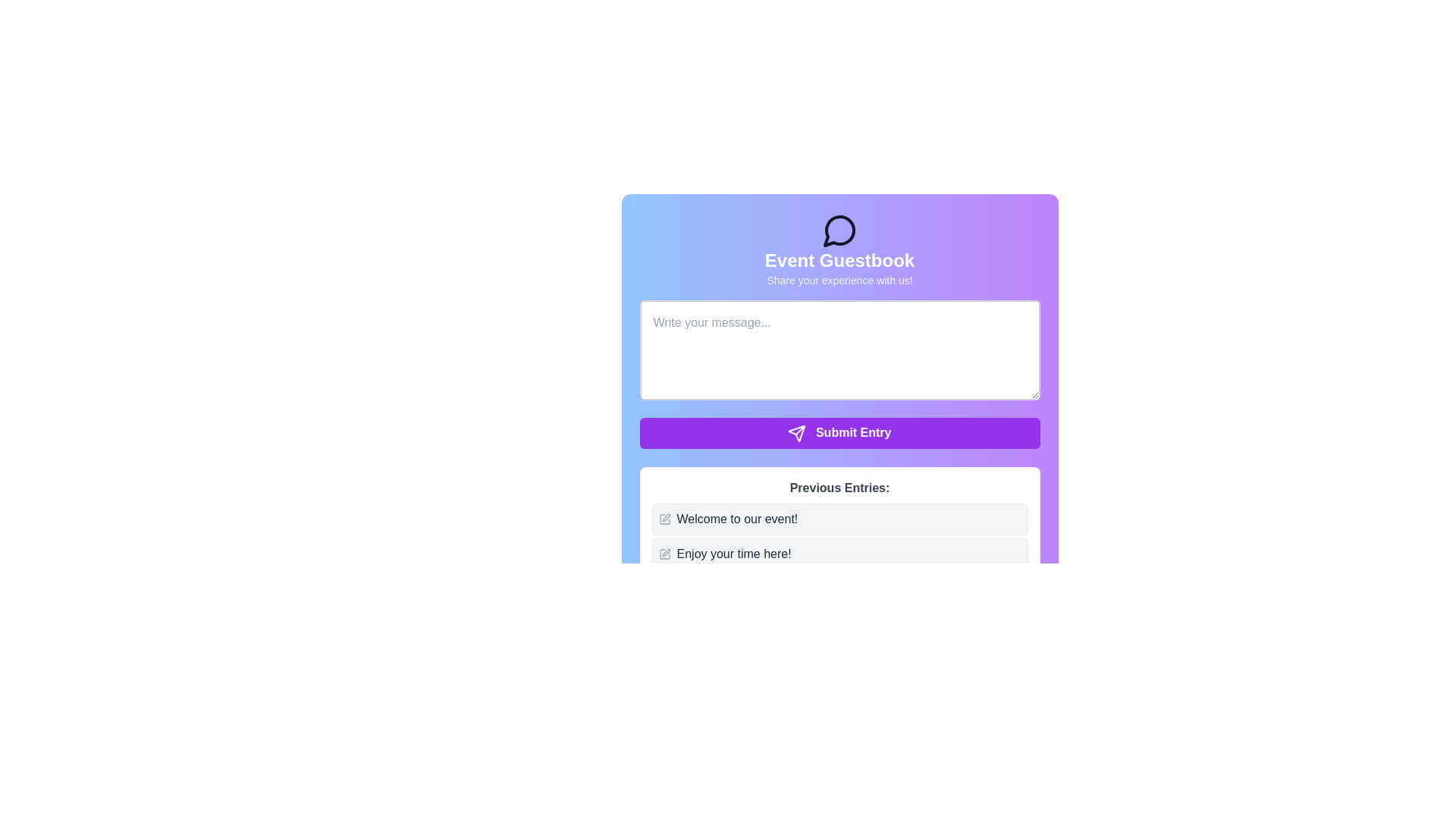  What do you see at coordinates (664, 554) in the screenshot?
I see `the edit icon located` at bounding box center [664, 554].